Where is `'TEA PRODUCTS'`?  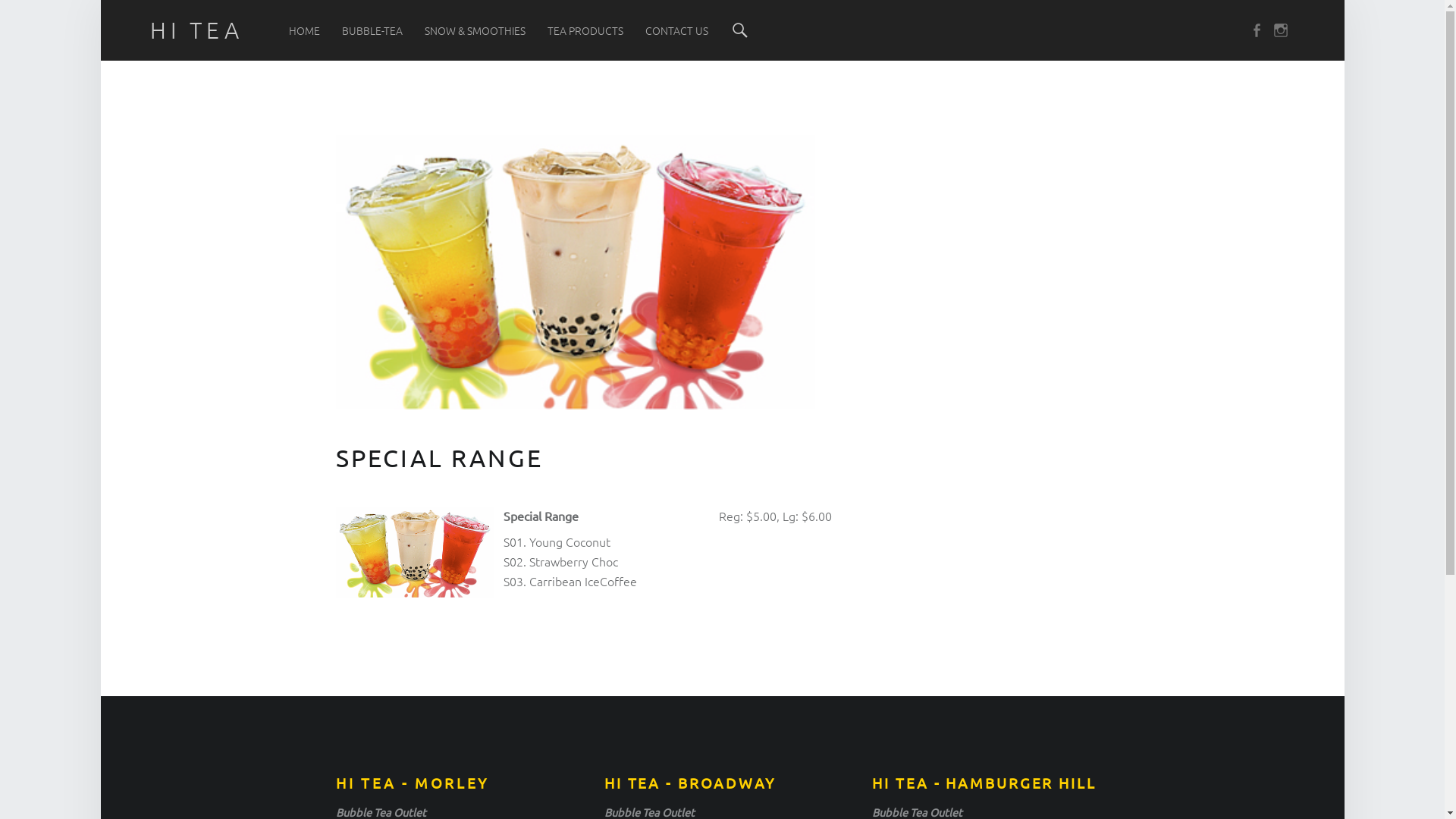 'TEA PRODUCTS' is located at coordinates (585, 30).